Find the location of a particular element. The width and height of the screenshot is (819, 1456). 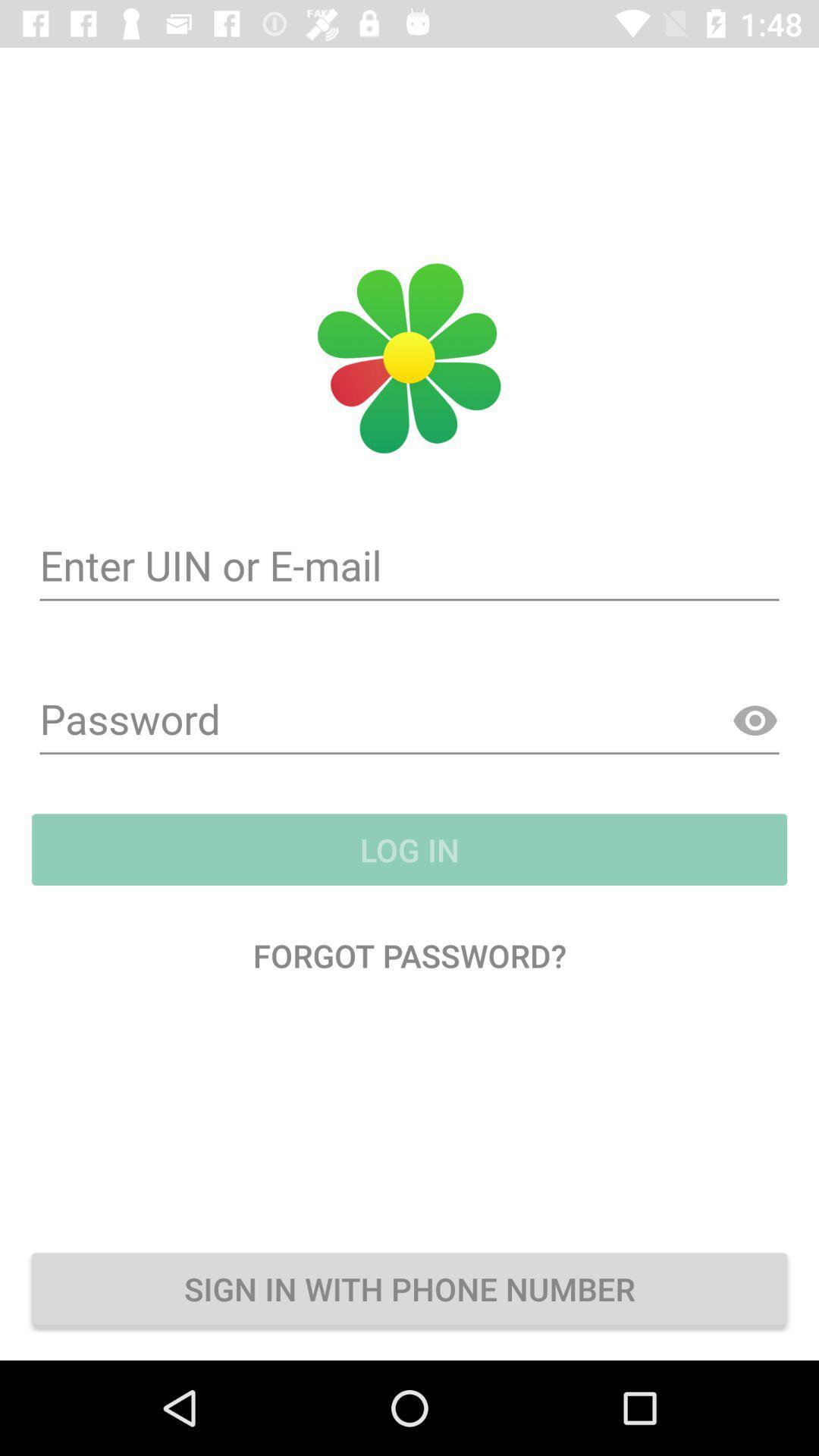

the visibility icon is located at coordinates (755, 720).